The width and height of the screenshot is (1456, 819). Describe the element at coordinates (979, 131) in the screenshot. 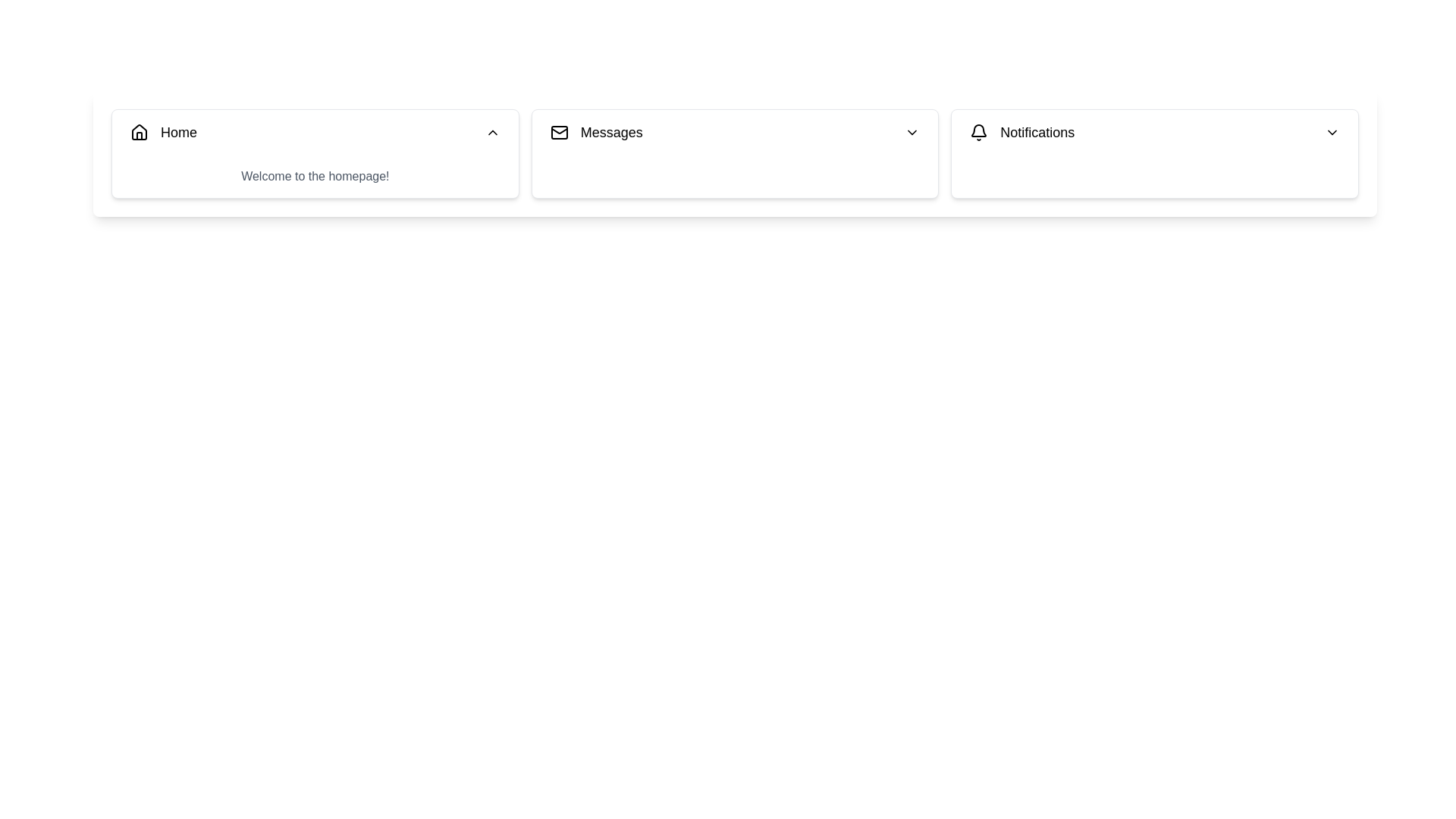

I see `the bell icon for notifications located to the left of the text 'Notifications' in the top right corner of the interface` at that location.